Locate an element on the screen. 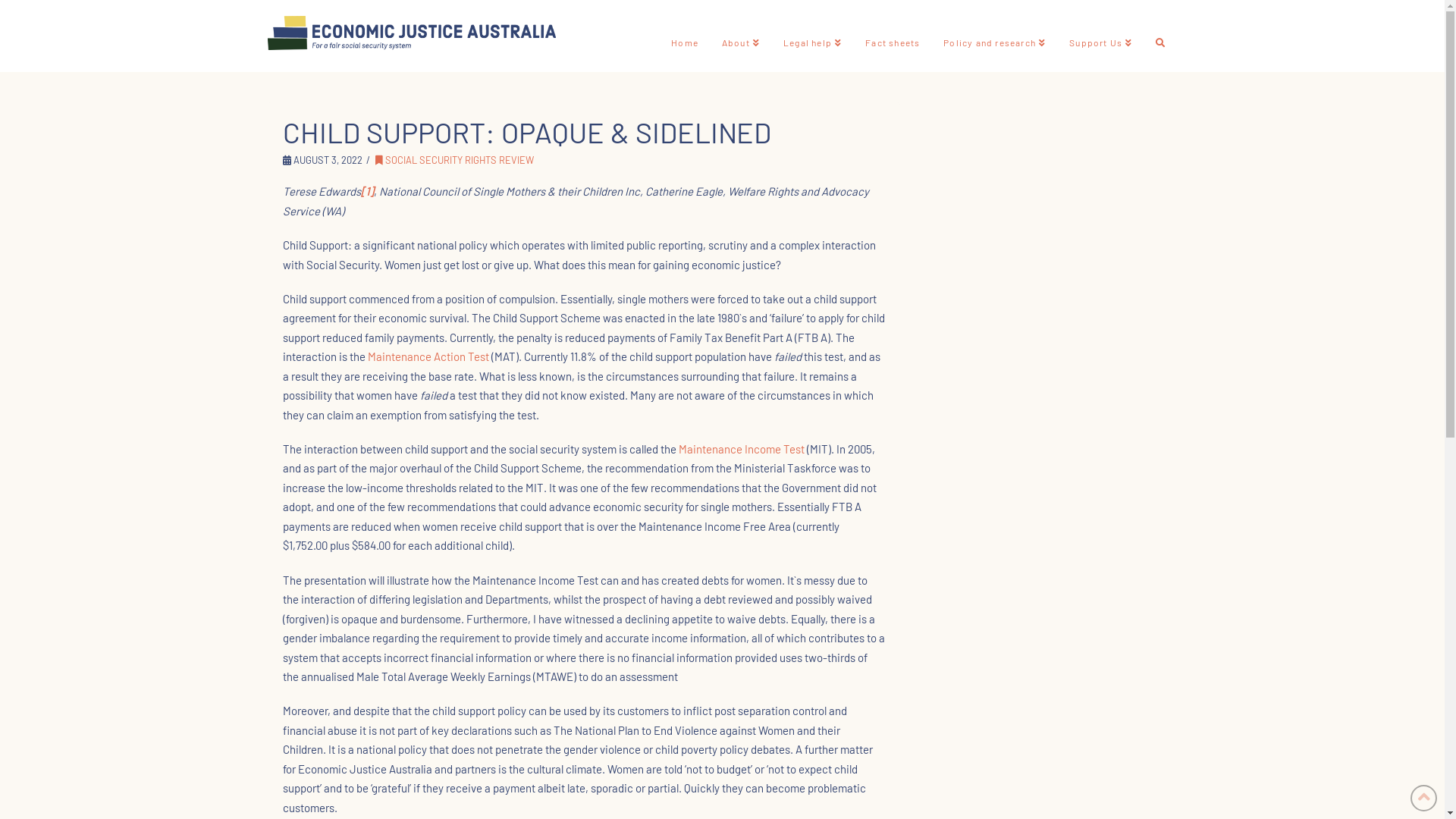 The height and width of the screenshot is (819, 1456). 'Fact sheets' is located at coordinates (892, 35).